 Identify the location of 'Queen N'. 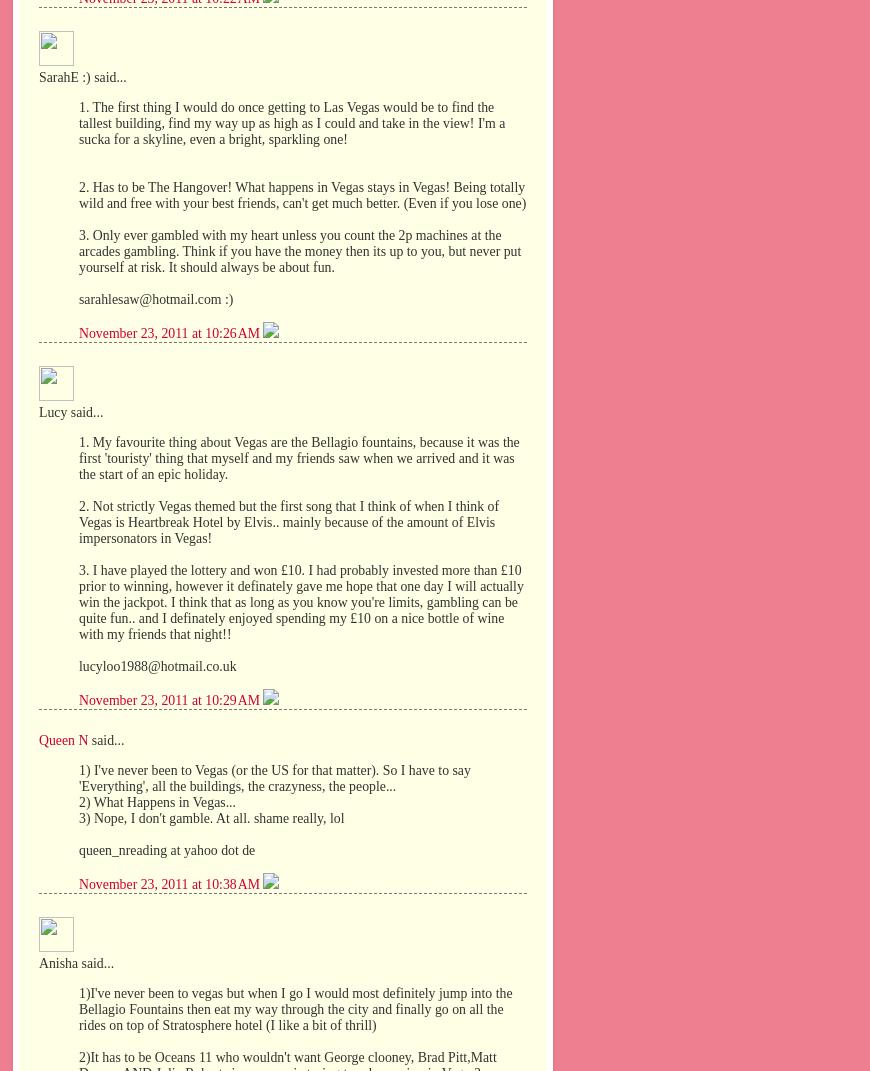
(62, 740).